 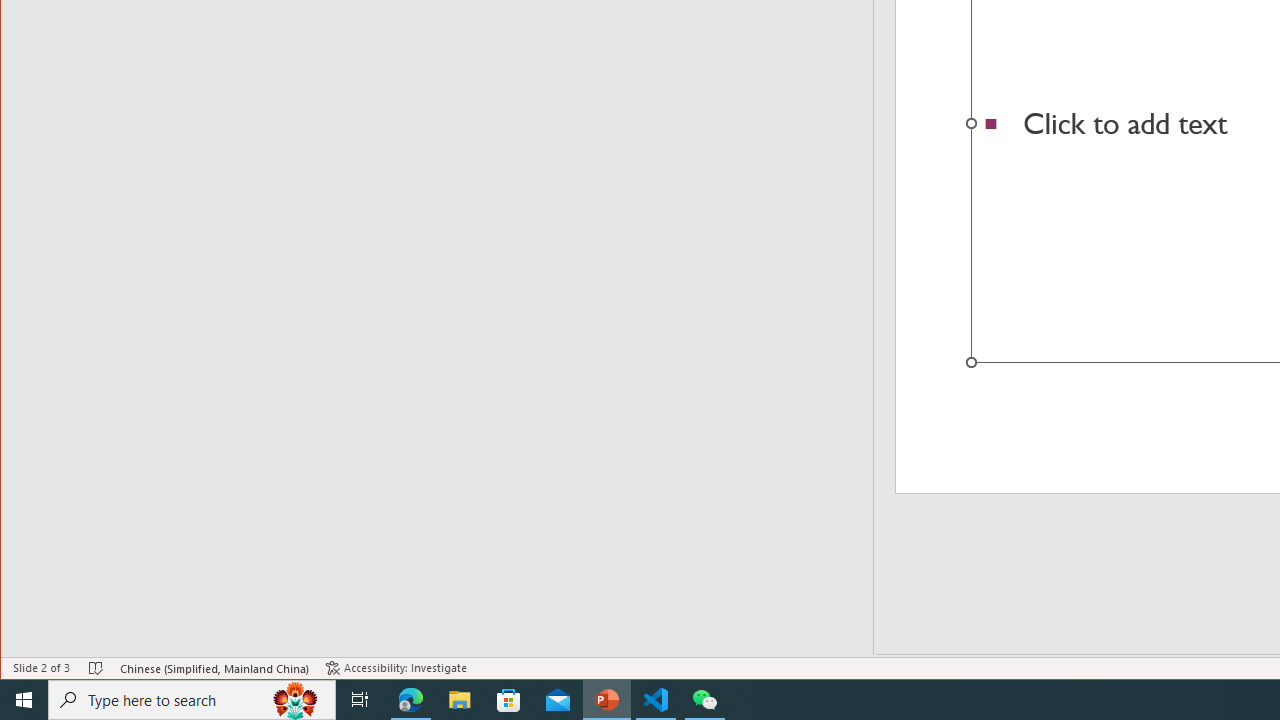 I want to click on 'File Explorer', so click(x=459, y=698).